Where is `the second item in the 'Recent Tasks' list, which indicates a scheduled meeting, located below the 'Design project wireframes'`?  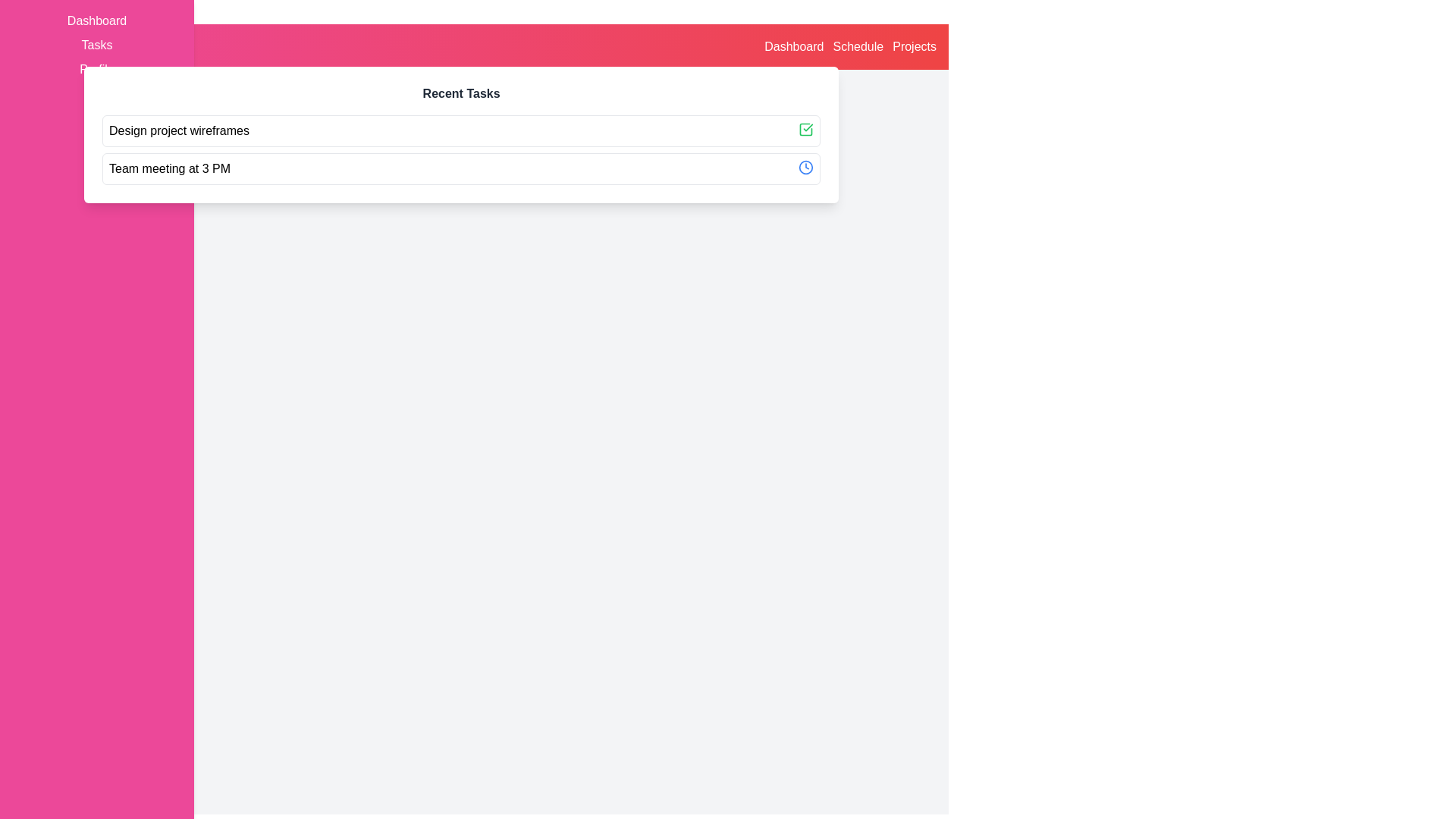
the second item in the 'Recent Tasks' list, which indicates a scheduled meeting, located below the 'Design project wireframes' is located at coordinates (460, 169).